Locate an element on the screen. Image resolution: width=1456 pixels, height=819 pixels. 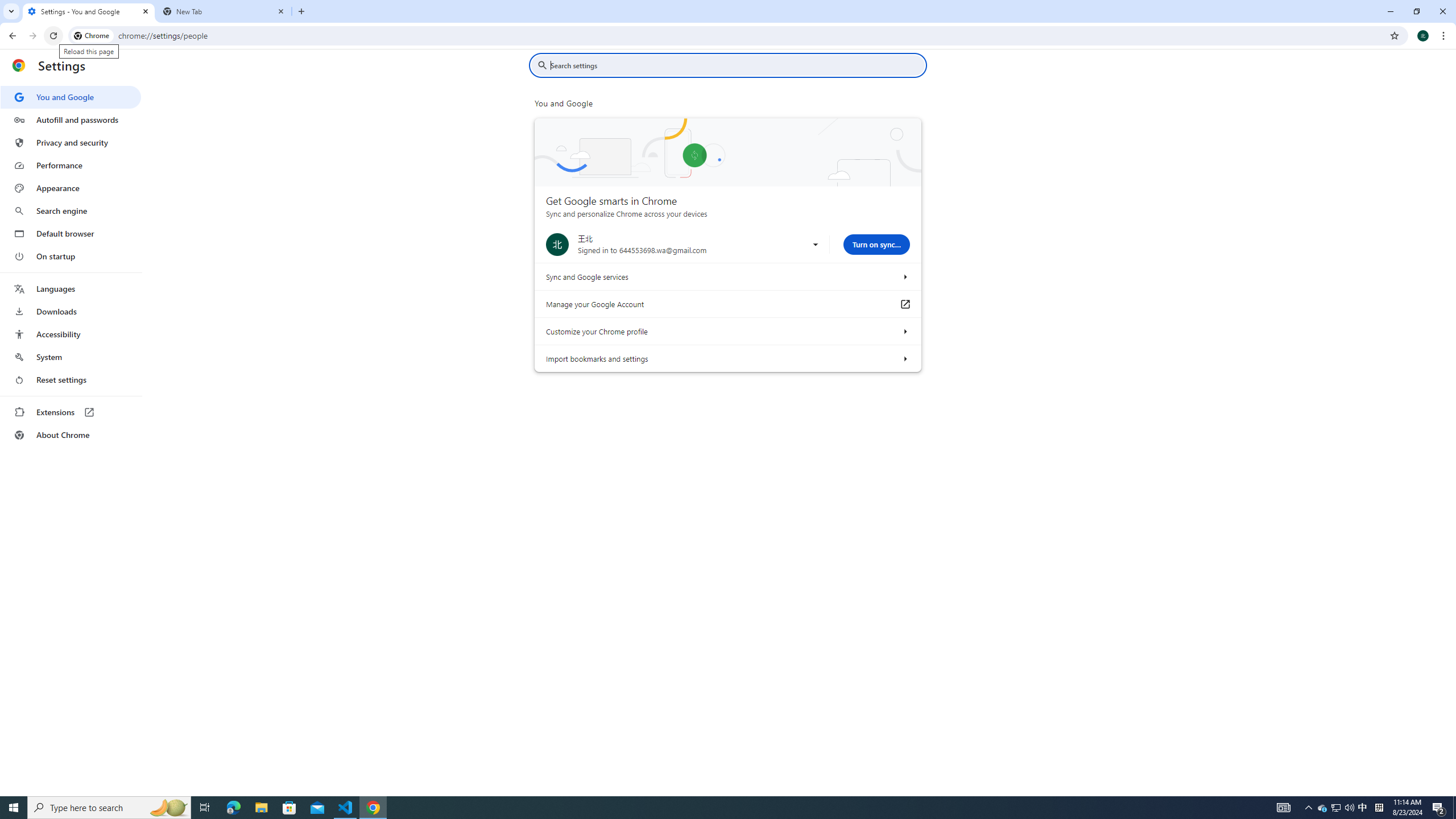
'Privacy and security' is located at coordinates (70, 142).